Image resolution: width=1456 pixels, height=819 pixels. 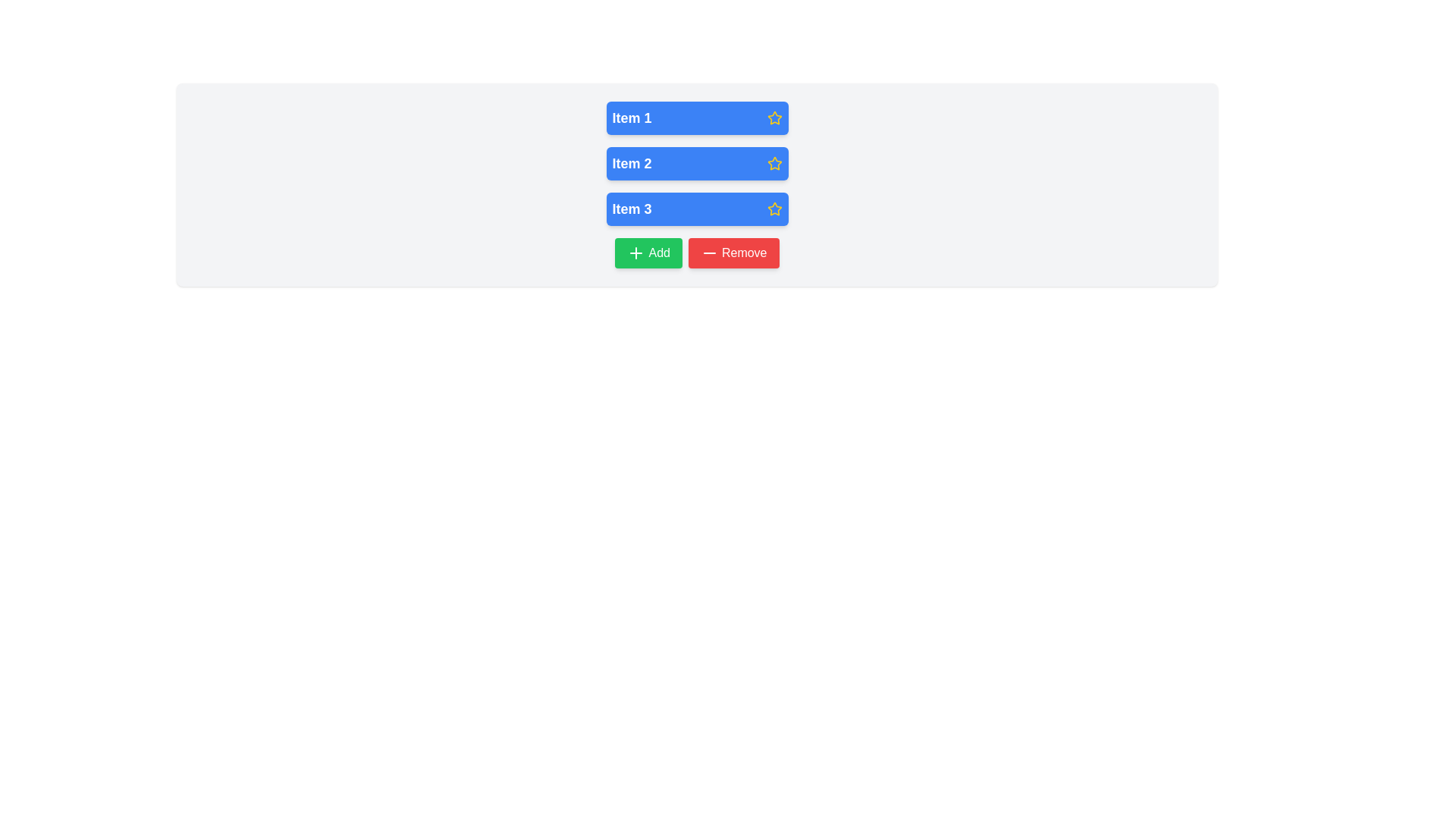 I want to click on the star icon located at the upper right corner of 'Item 1' in the list, so click(x=774, y=117).